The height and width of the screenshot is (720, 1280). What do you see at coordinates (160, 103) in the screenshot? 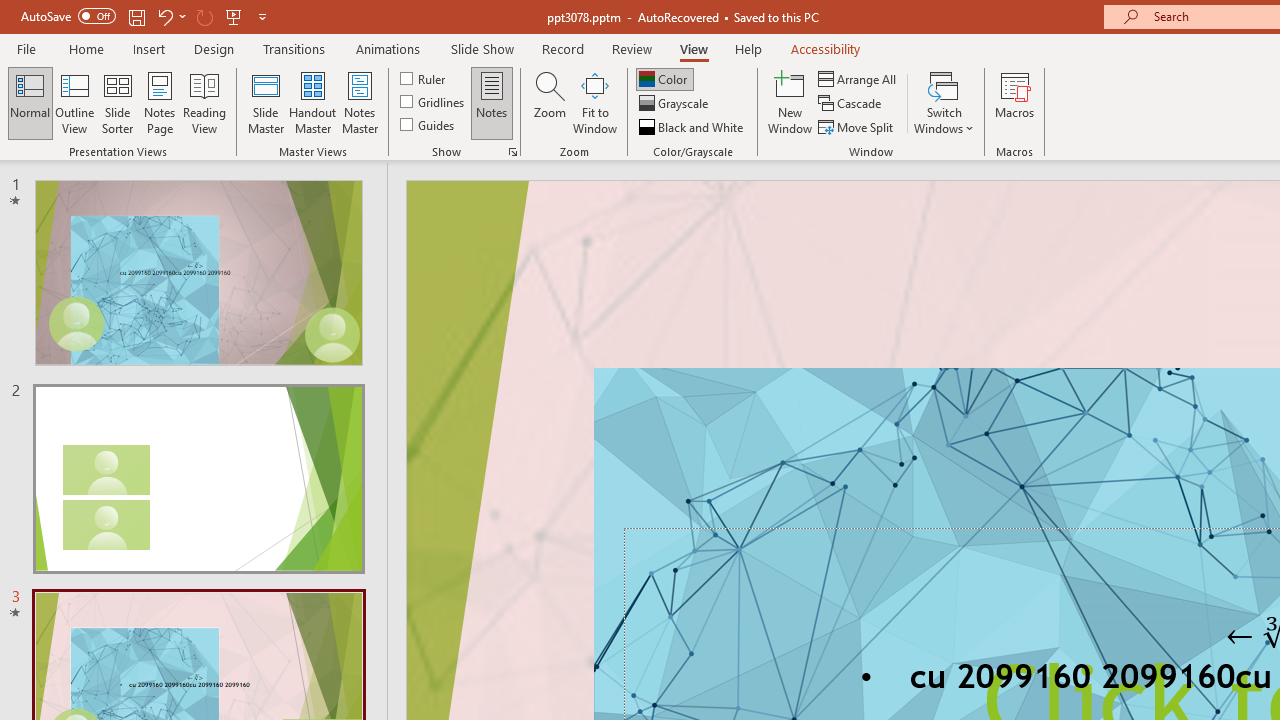
I see `'Notes Page'` at bounding box center [160, 103].